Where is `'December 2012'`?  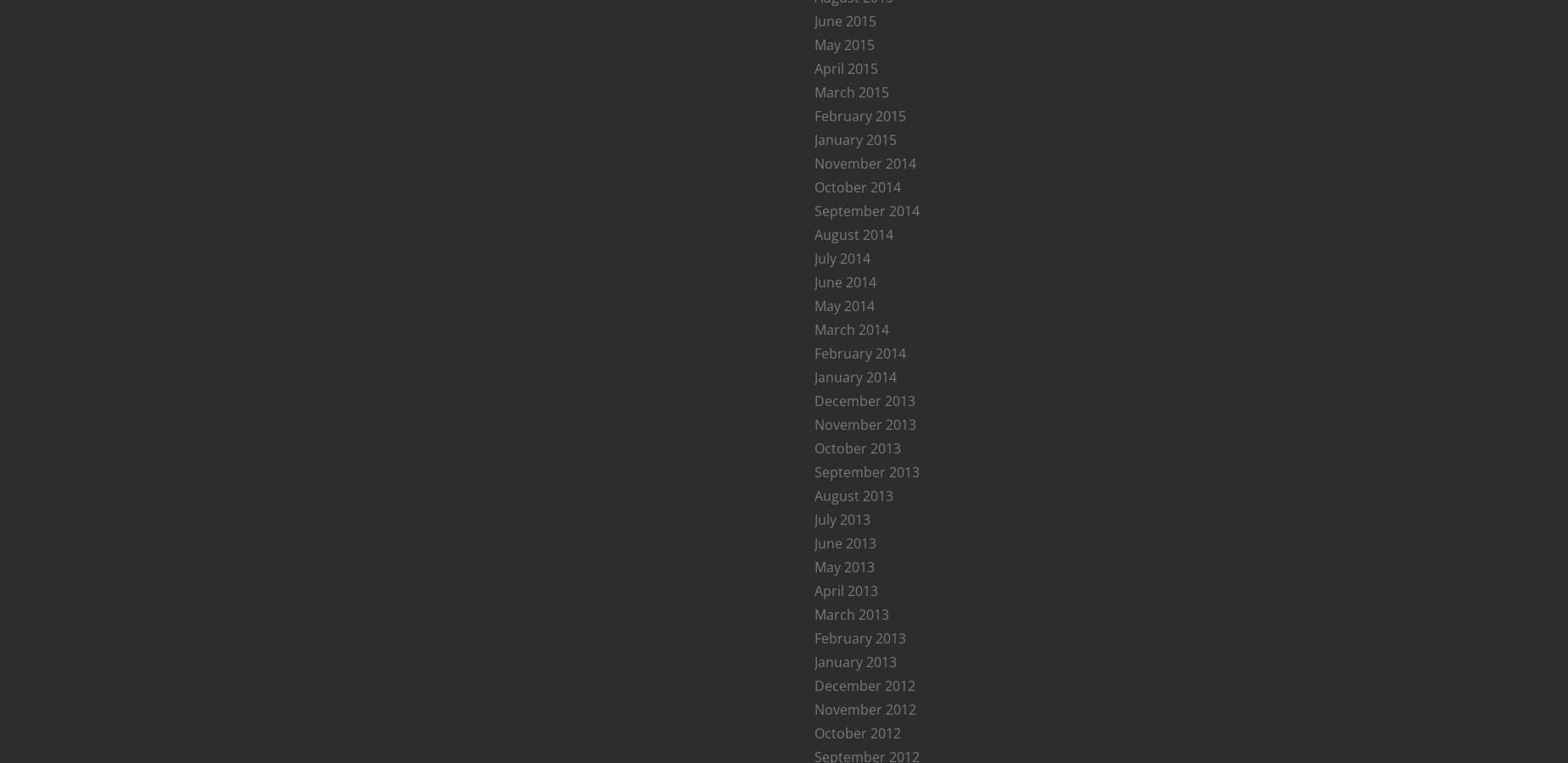 'December 2012' is located at coordinates (864, 685).